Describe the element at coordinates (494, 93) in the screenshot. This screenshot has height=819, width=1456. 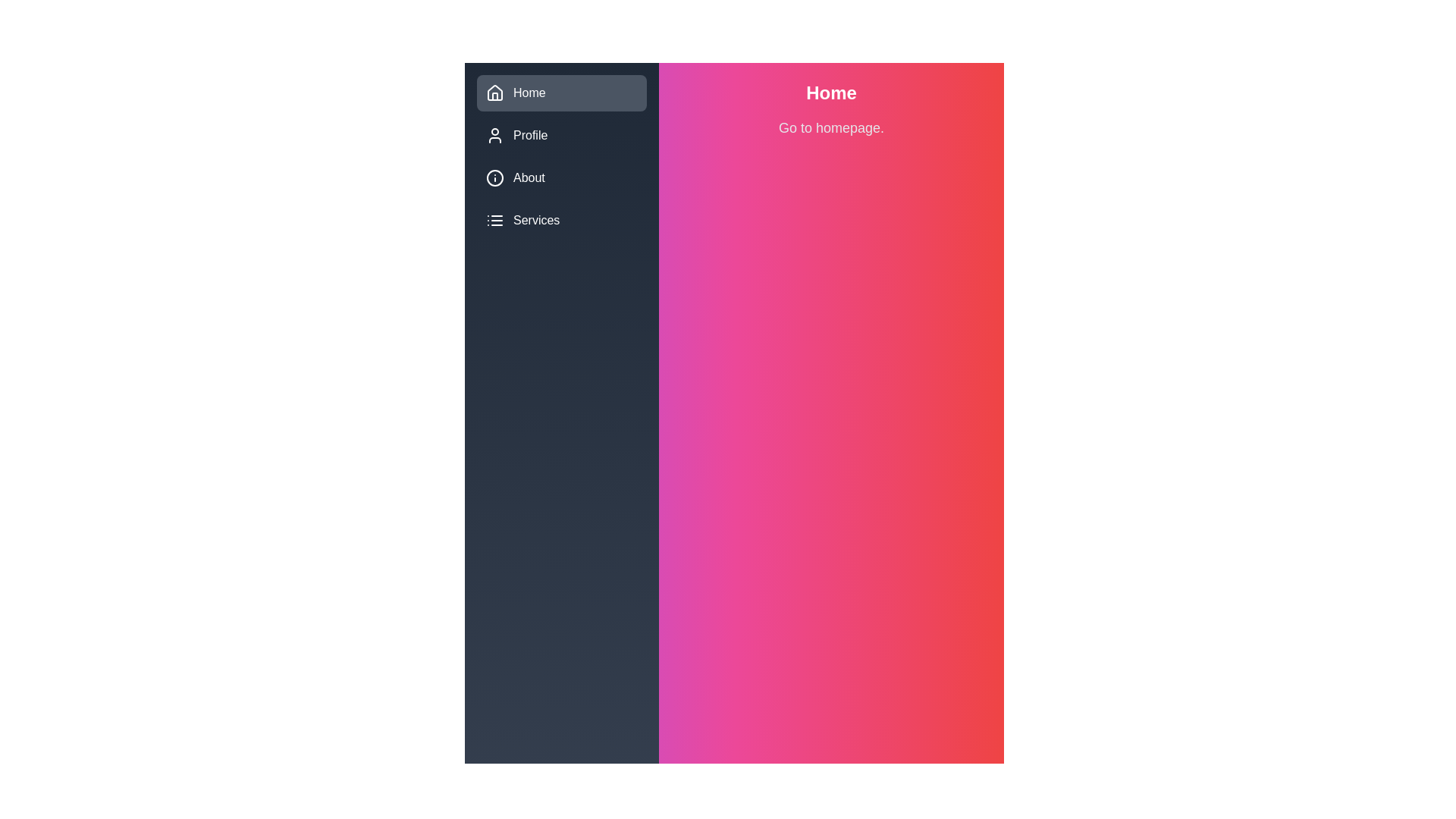
I see `the menu item corresponding to Home` at that location.